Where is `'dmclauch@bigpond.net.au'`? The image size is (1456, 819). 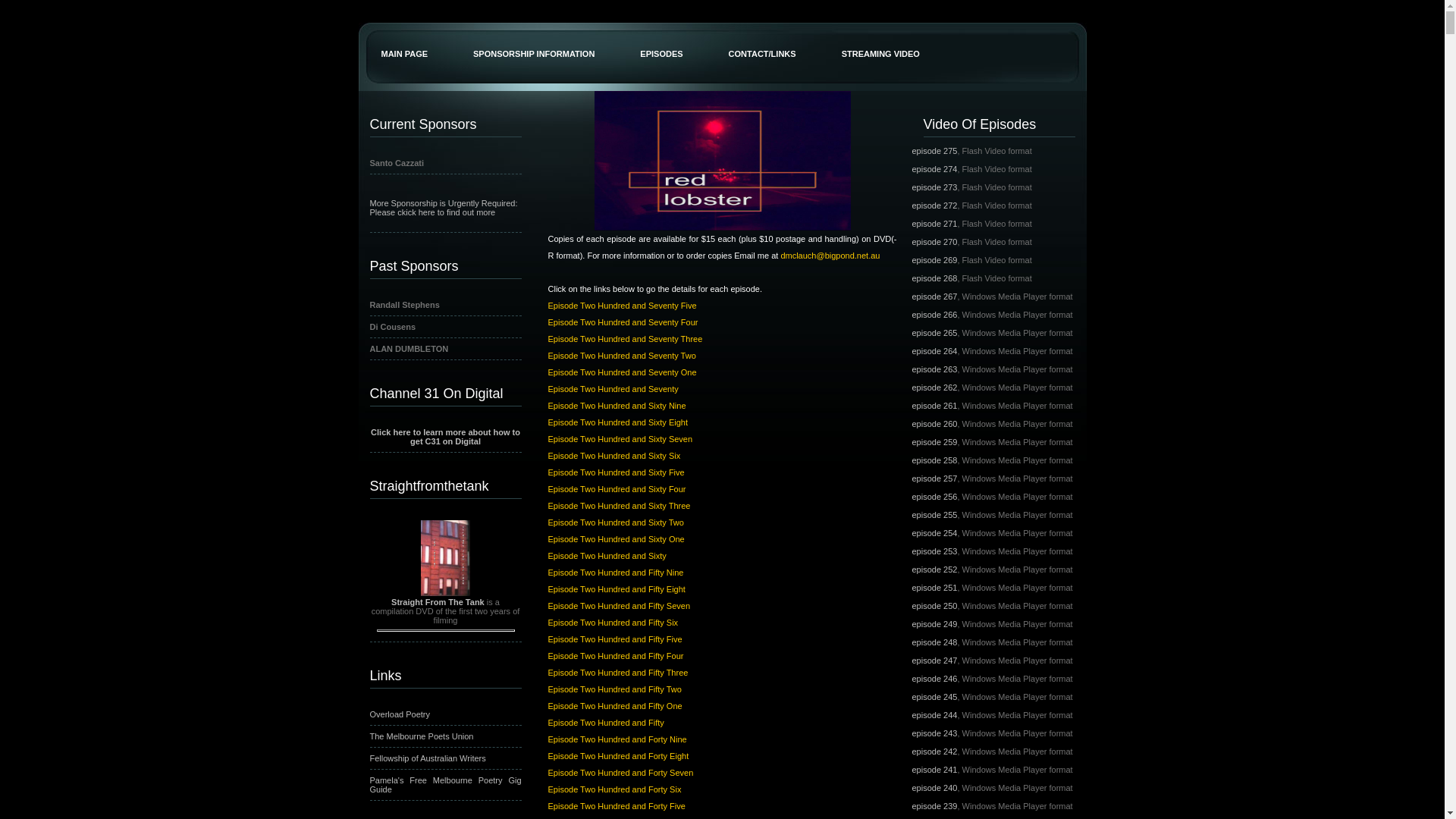
'dmclauch@bigpond.net.au' is located at coordinates (829, 254).